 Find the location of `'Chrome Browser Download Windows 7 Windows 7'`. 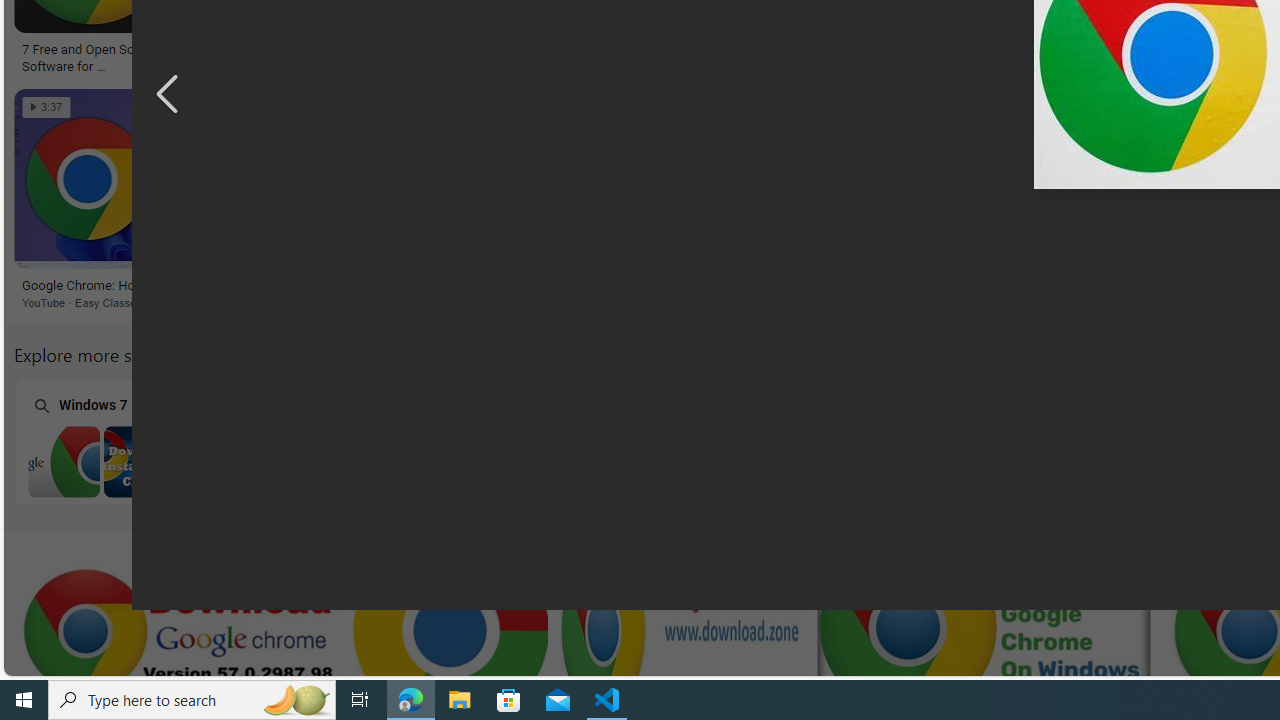

'Chrome Browser Download Windows 7 Windows 7' is located at coordinates (138, 440).